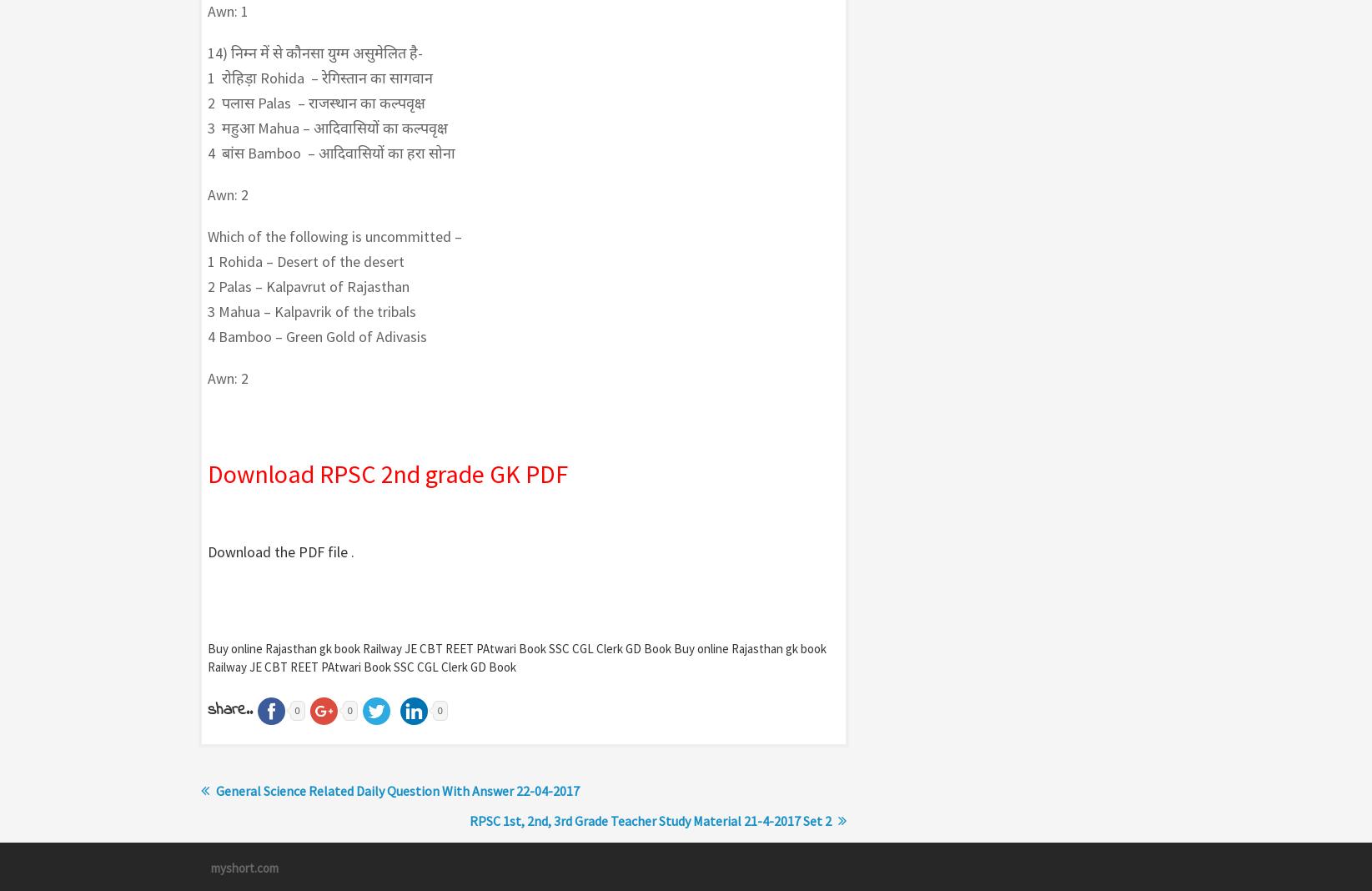  I want to click on 'Buy online Rajasthan gk book Railway JE CBT REET PAtwari Book SSC CGL Clerk GD Book

Buy online Rajasthan gk book Railway JE CBT REET PAtwari Book SSC CGL Clerk GD Book', so click(207, 657).